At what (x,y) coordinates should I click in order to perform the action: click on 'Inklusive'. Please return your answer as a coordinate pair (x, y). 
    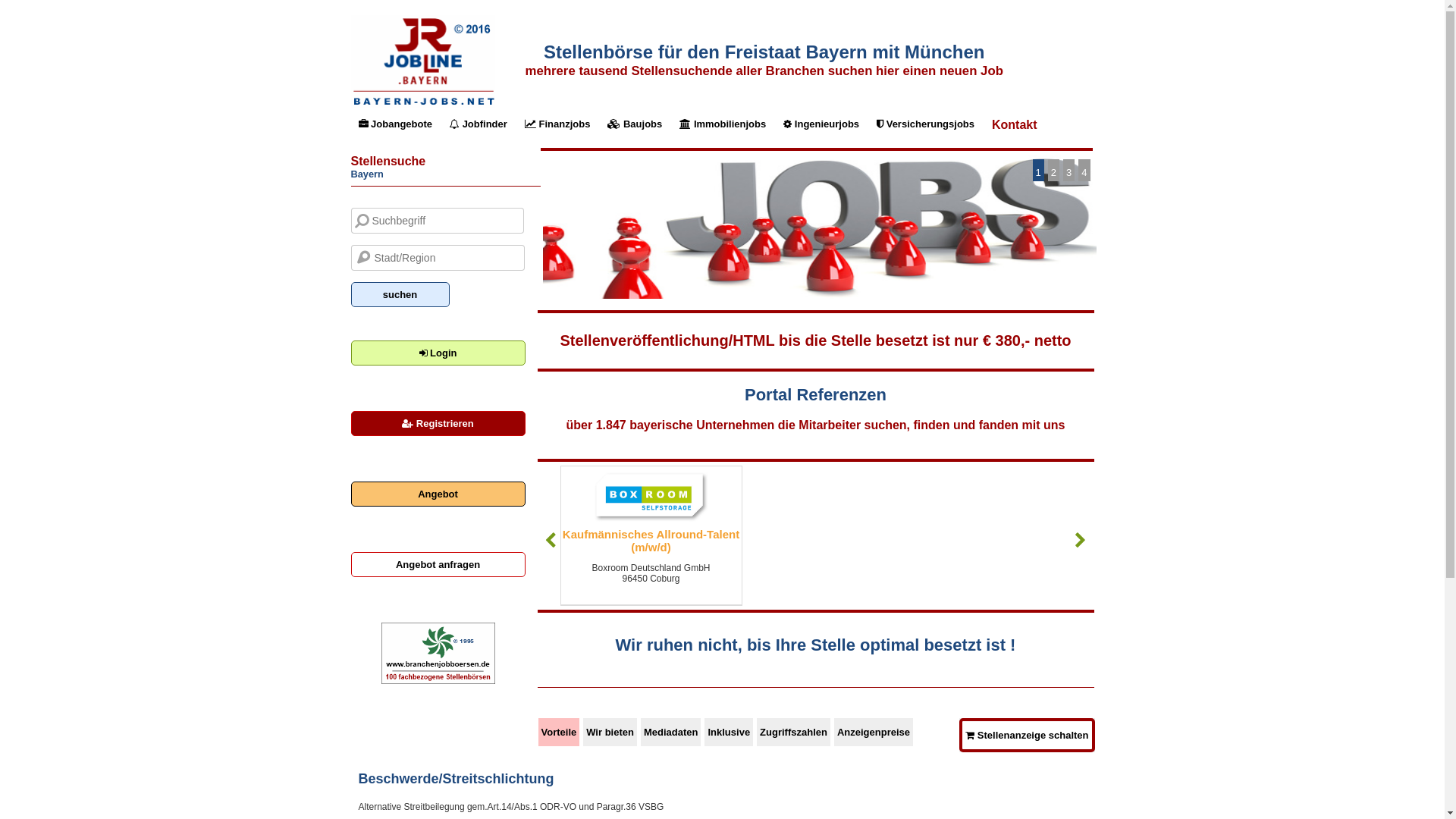
    Looking at the image, I should click on (730, 731).